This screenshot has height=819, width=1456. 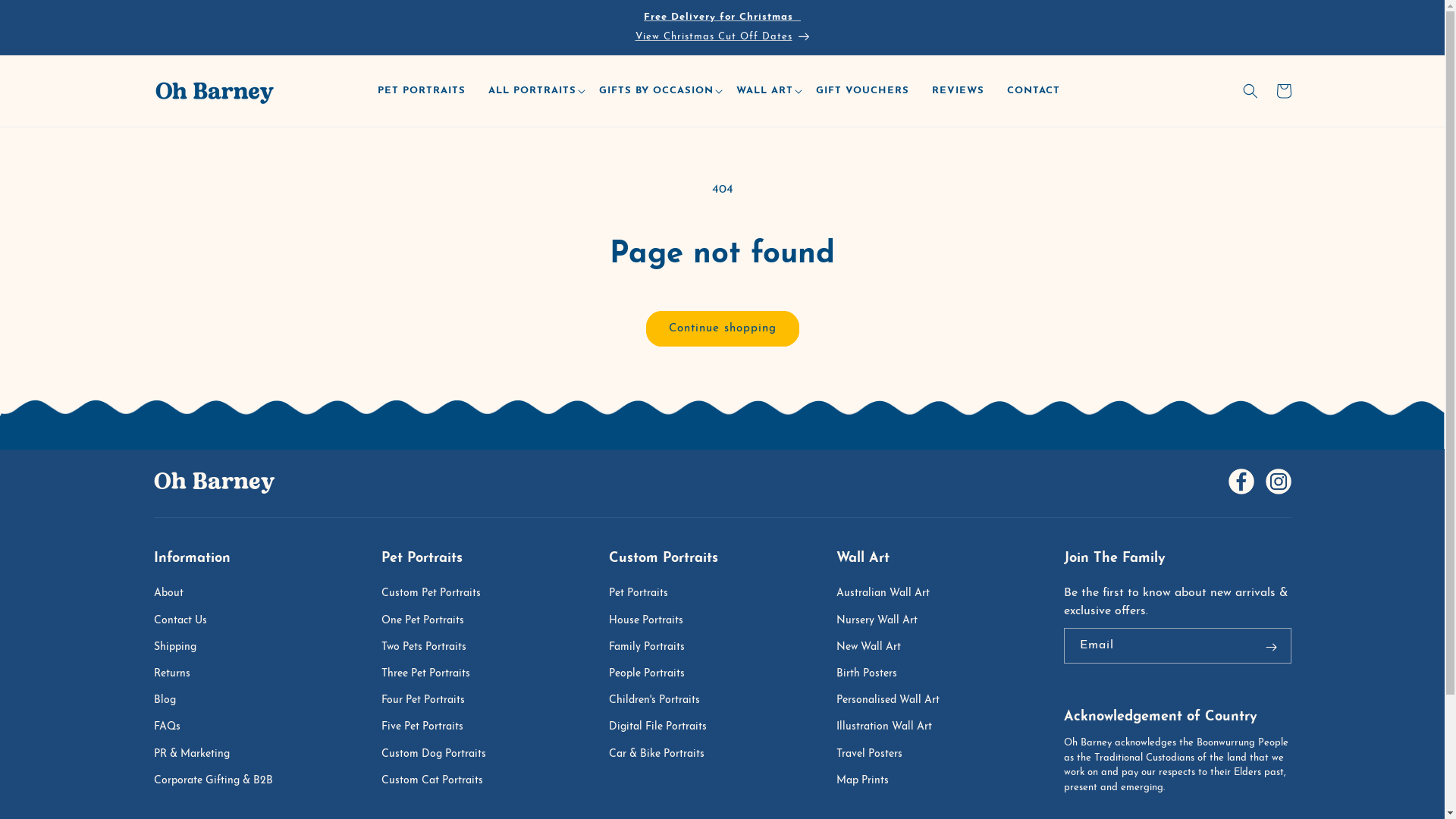 What do you see at coordinates (175, 595) in the screenshot?
I see `'About'` at bounding box center [175, 595].